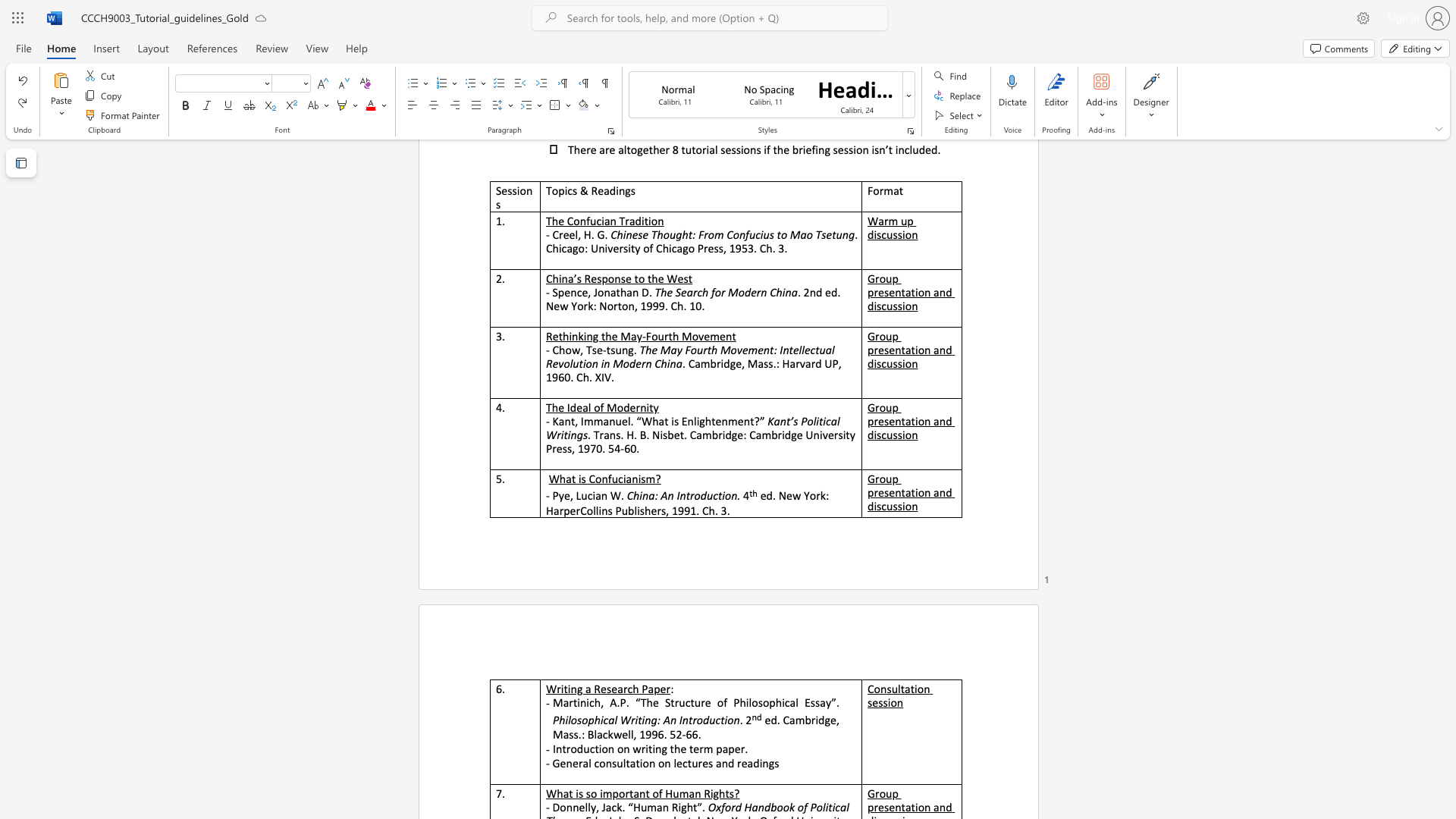  I want to click on the subset text "on" within the text "Group presentation and discussion", so click(905, 506).